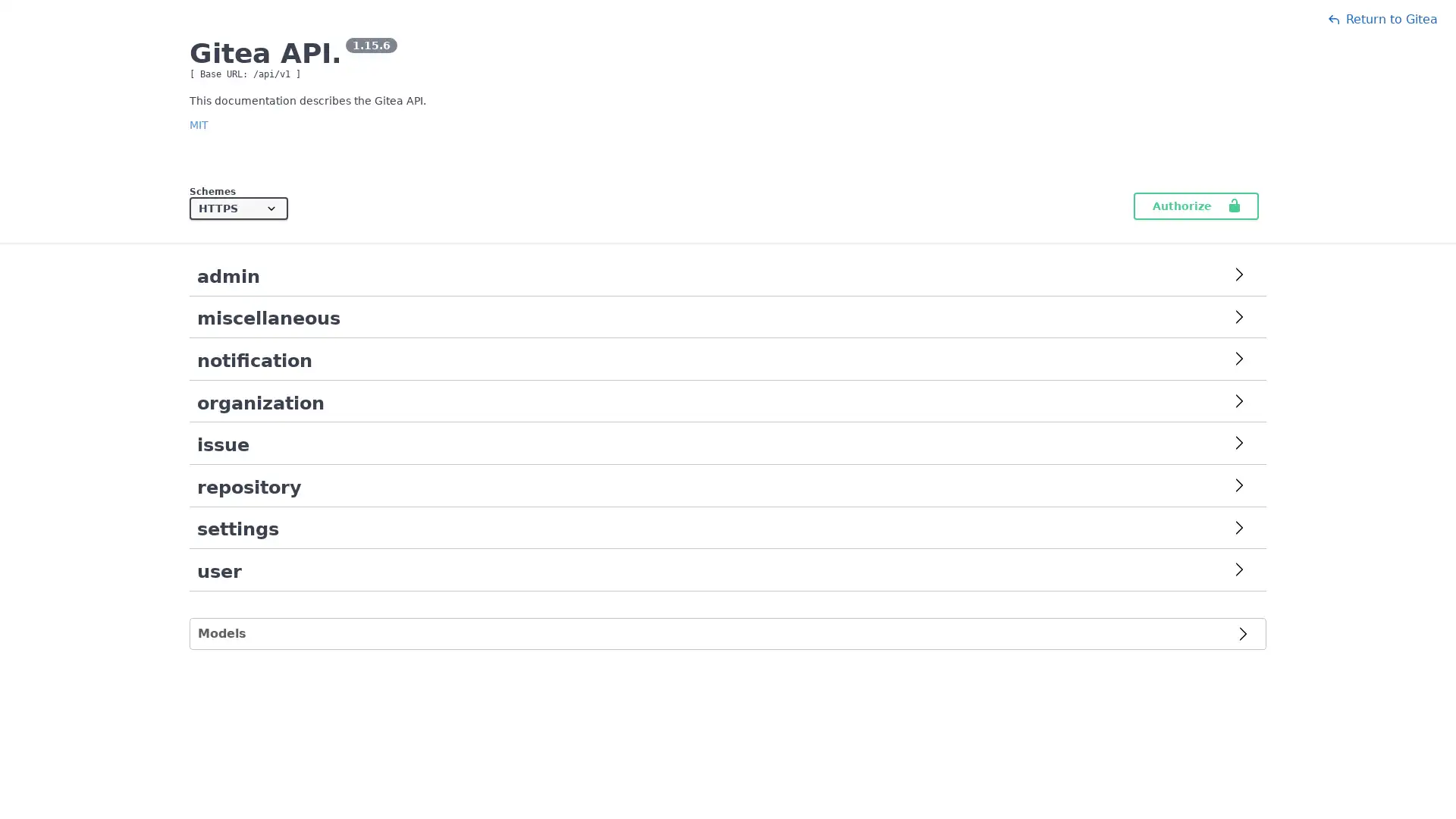  Describe the element at coordinates (1238, 276) in the screenshot. I see `Expand operation` at that location.